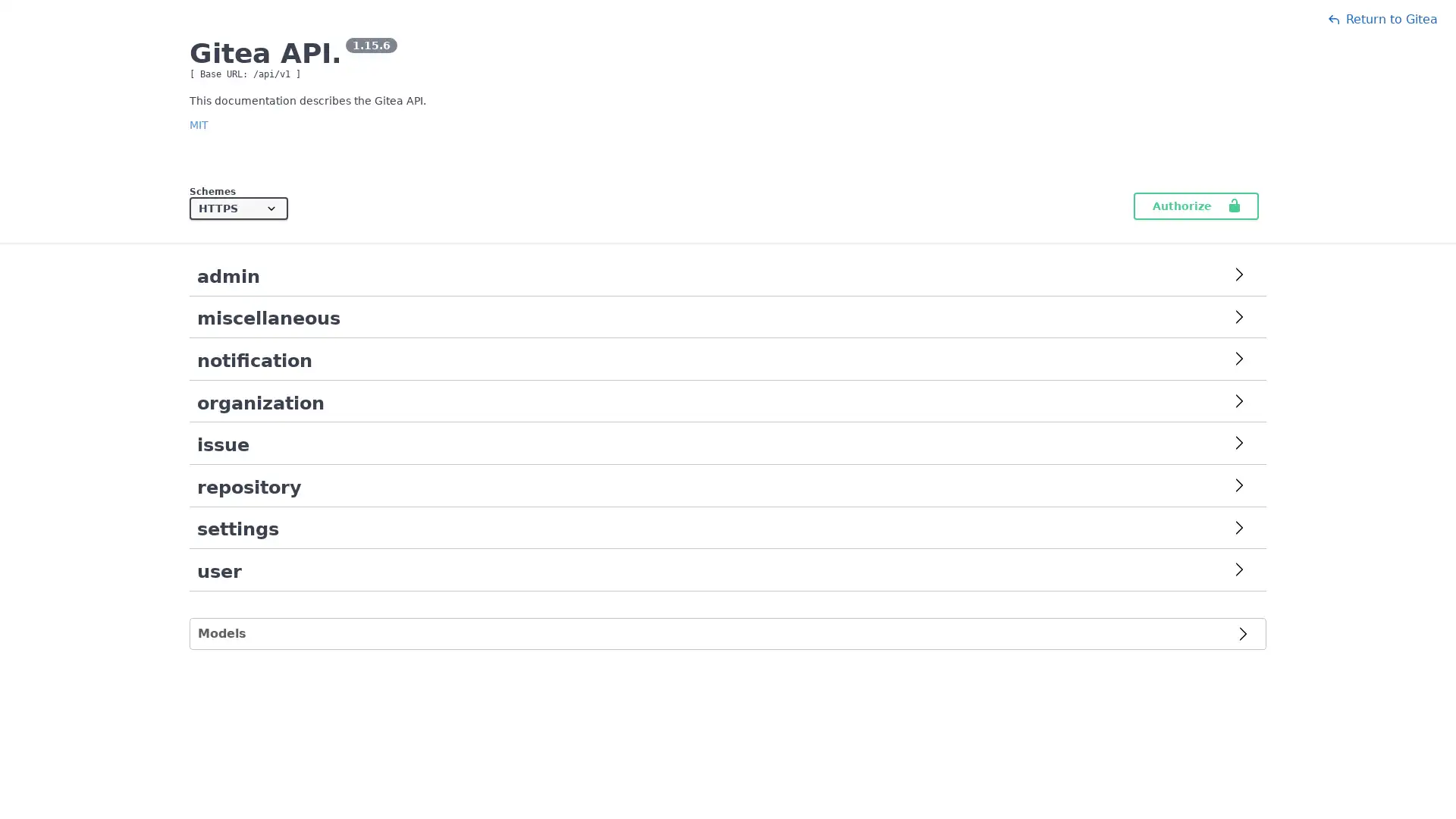  Describe the element at coordinates (1238, 276) in the screenshot. I see `Expand operation` at that location.